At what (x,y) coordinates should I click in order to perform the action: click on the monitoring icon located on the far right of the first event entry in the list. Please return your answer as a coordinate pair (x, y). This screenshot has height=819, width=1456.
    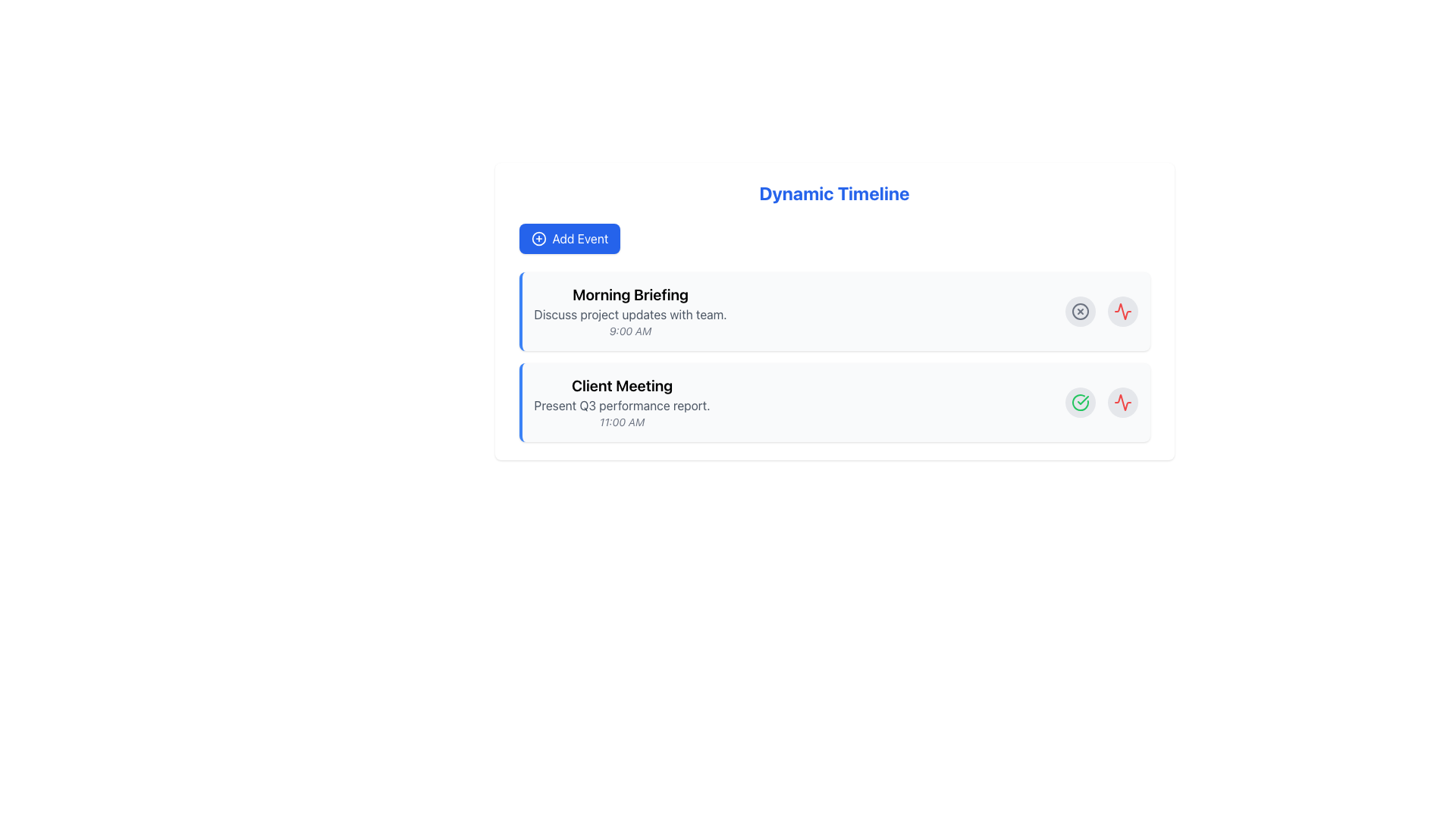
    Looking at the image, I should click on (1122, 402).